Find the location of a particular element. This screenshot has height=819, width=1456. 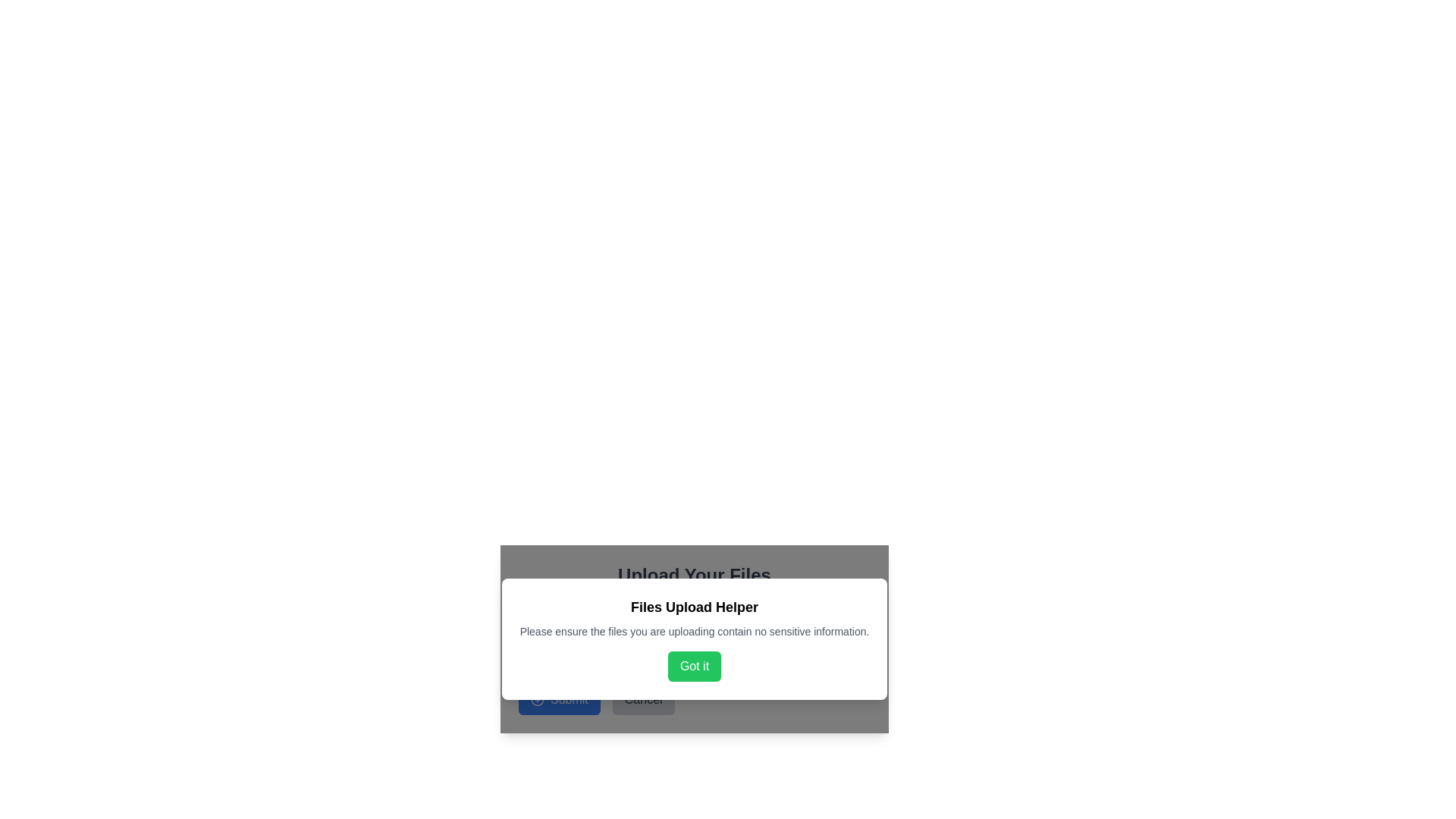

the submit button located at the bottom-left area of the modal dialog is located at coordinates (558, 699).